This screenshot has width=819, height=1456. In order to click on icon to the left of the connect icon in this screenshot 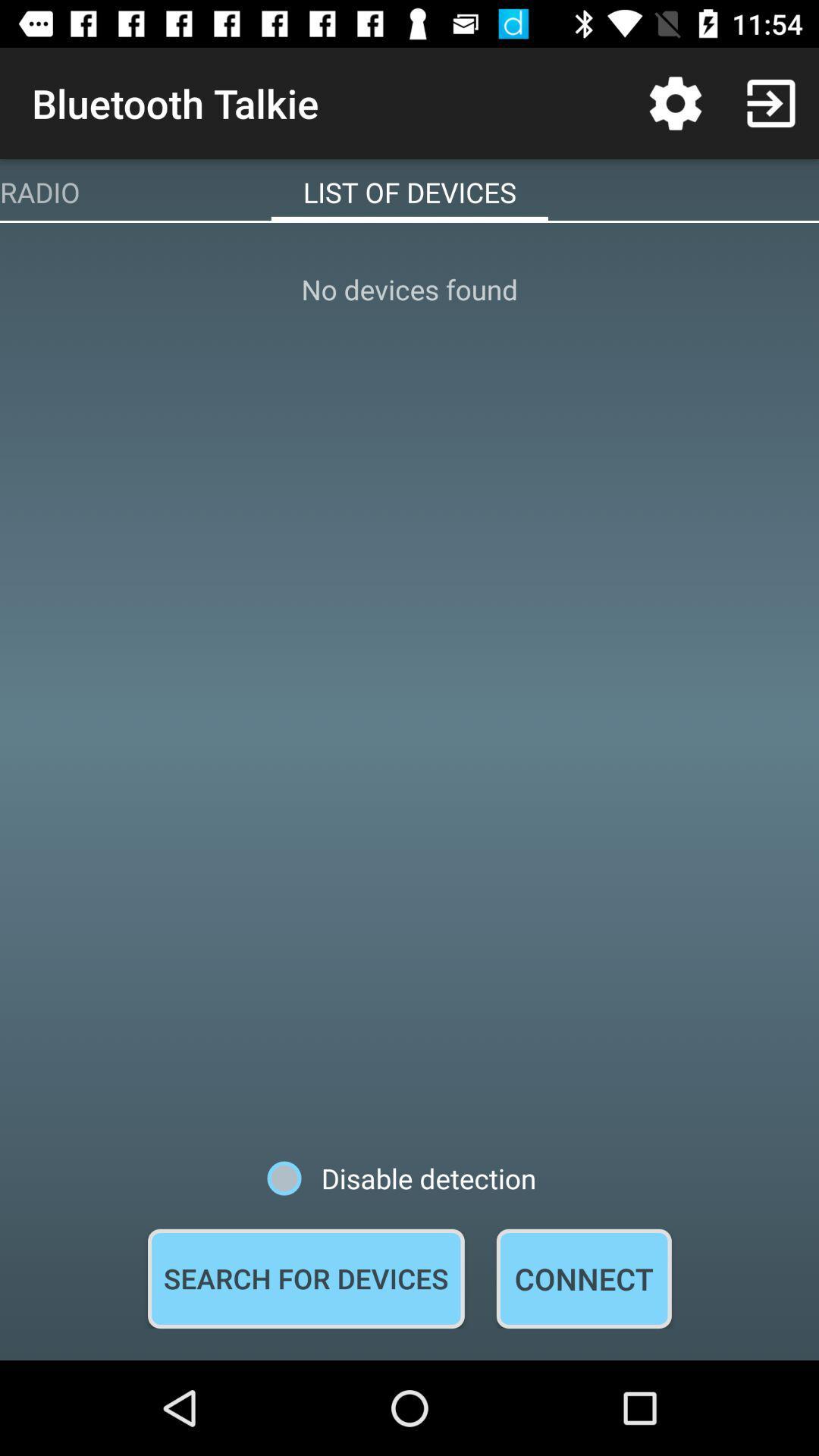, I will do `click(306, 1278)`.